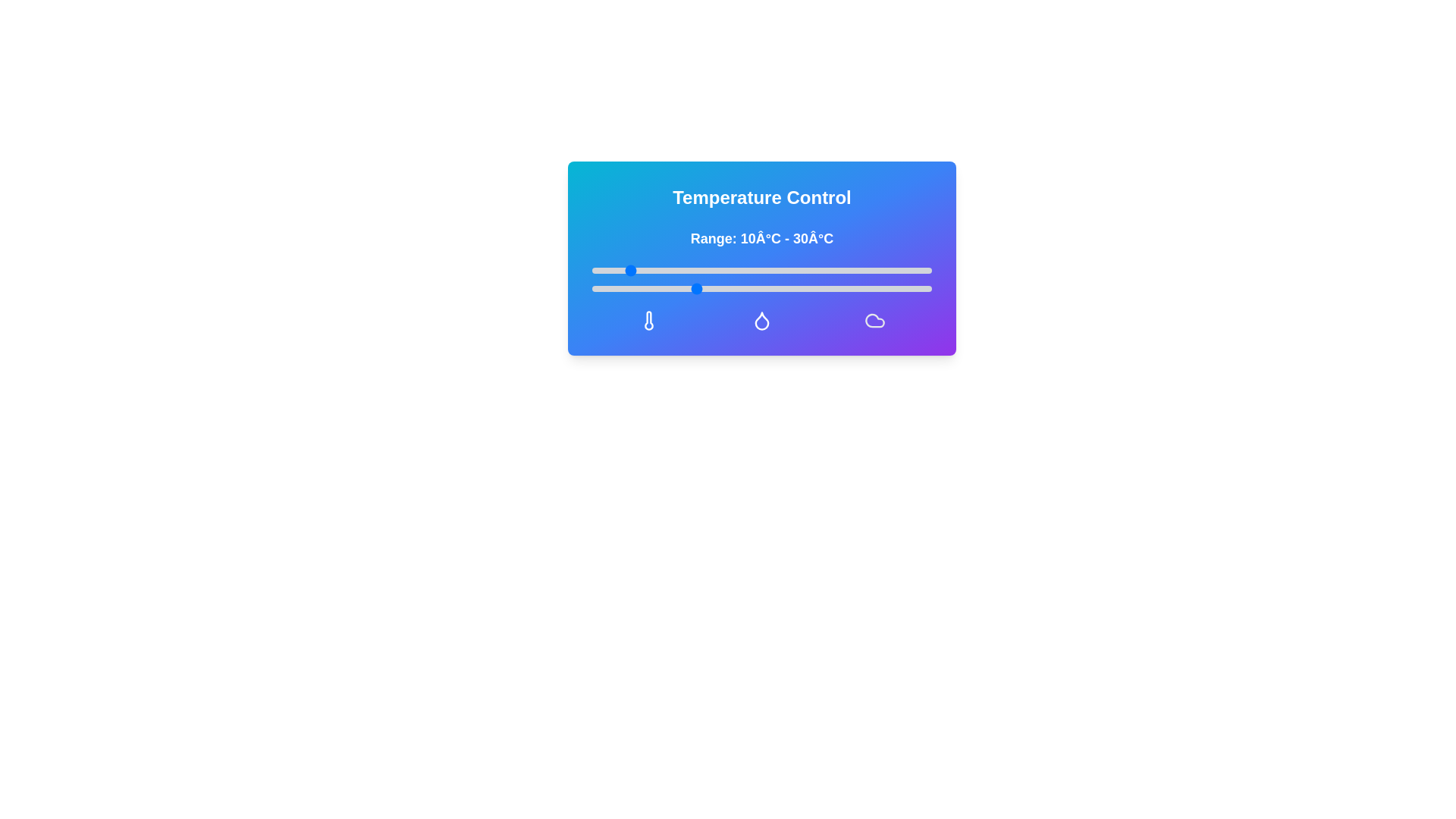  What do you see at coordinates (623, 289) in the screenshot?
I see `the slider` at bounding box center [623, 289].